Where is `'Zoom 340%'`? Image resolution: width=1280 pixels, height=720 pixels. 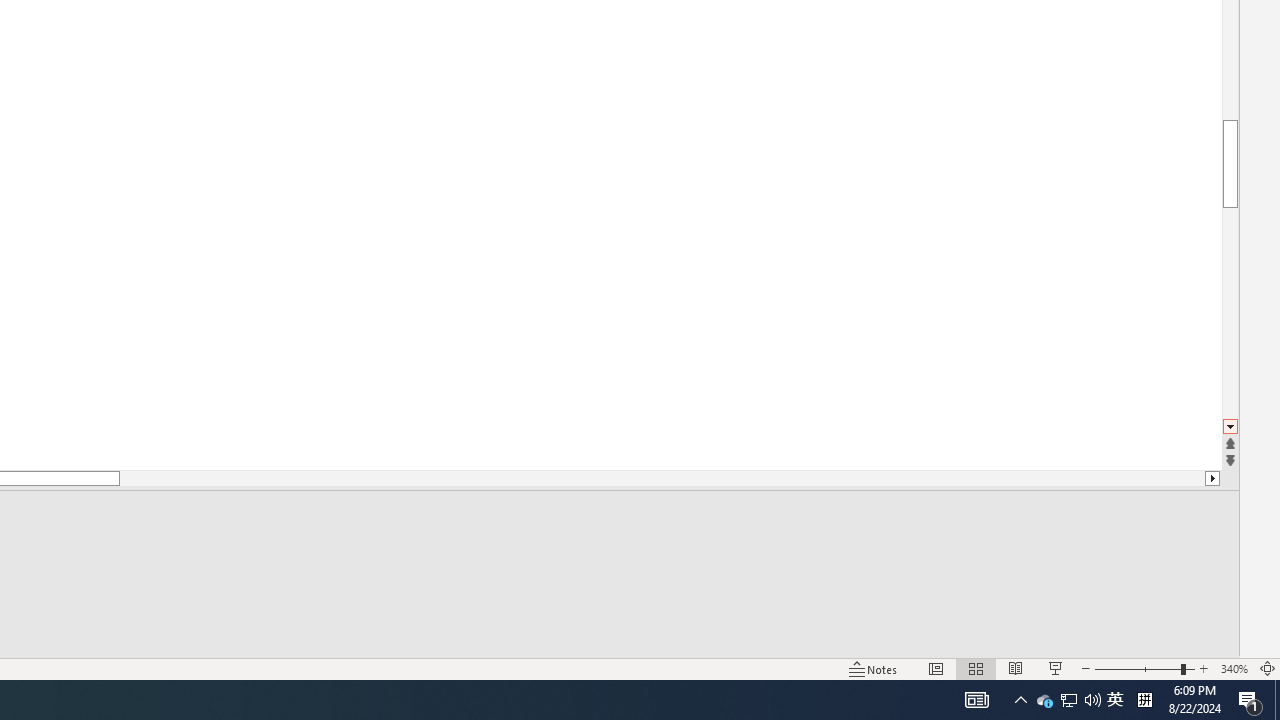 'Zoom 340%' is located at coordinates (1233, 669).